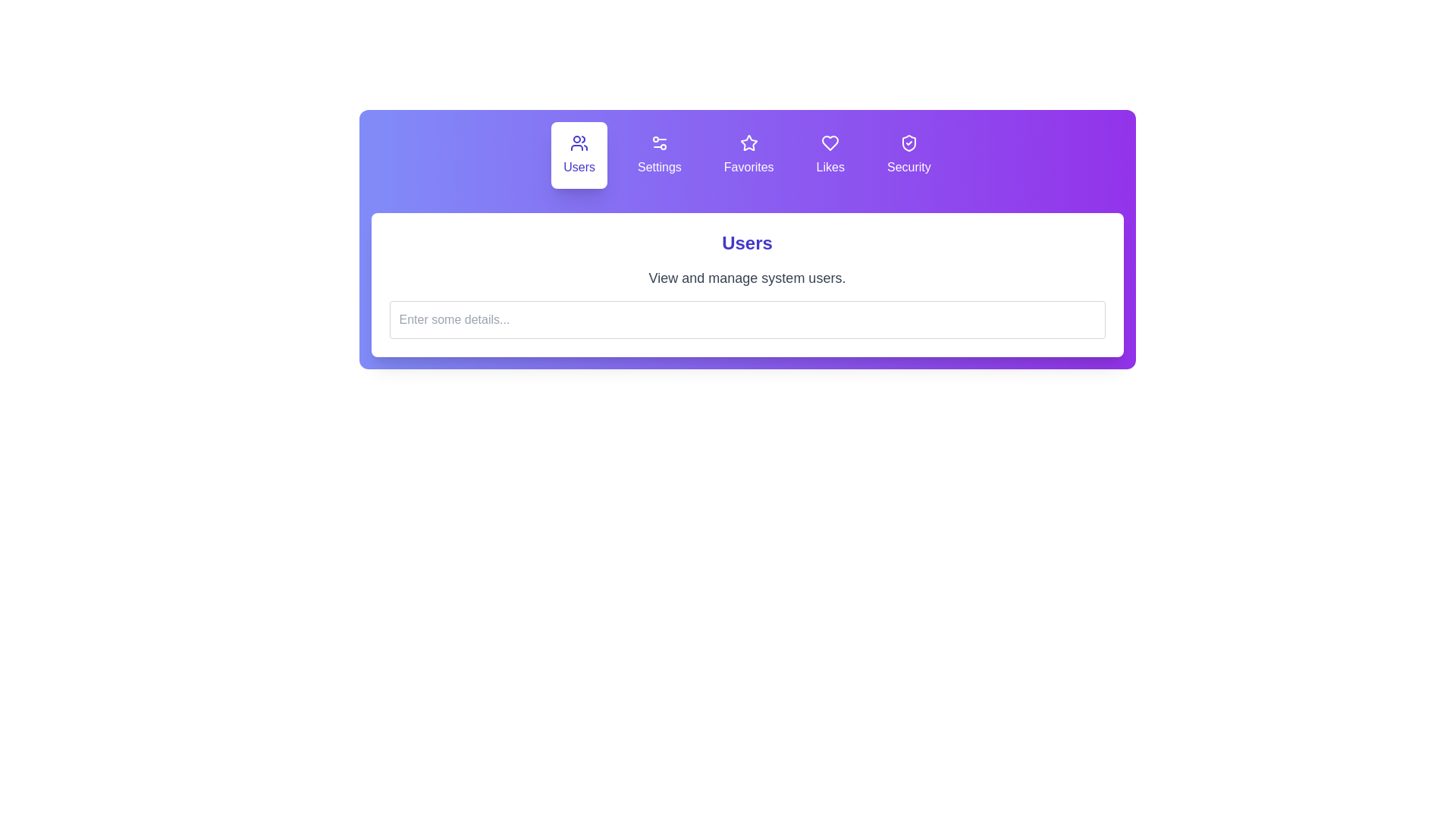 Image resolution: width=1456 pixels, height=819 pixels. I want to click on the tab labeled Users to read its description, so click(579, 155).